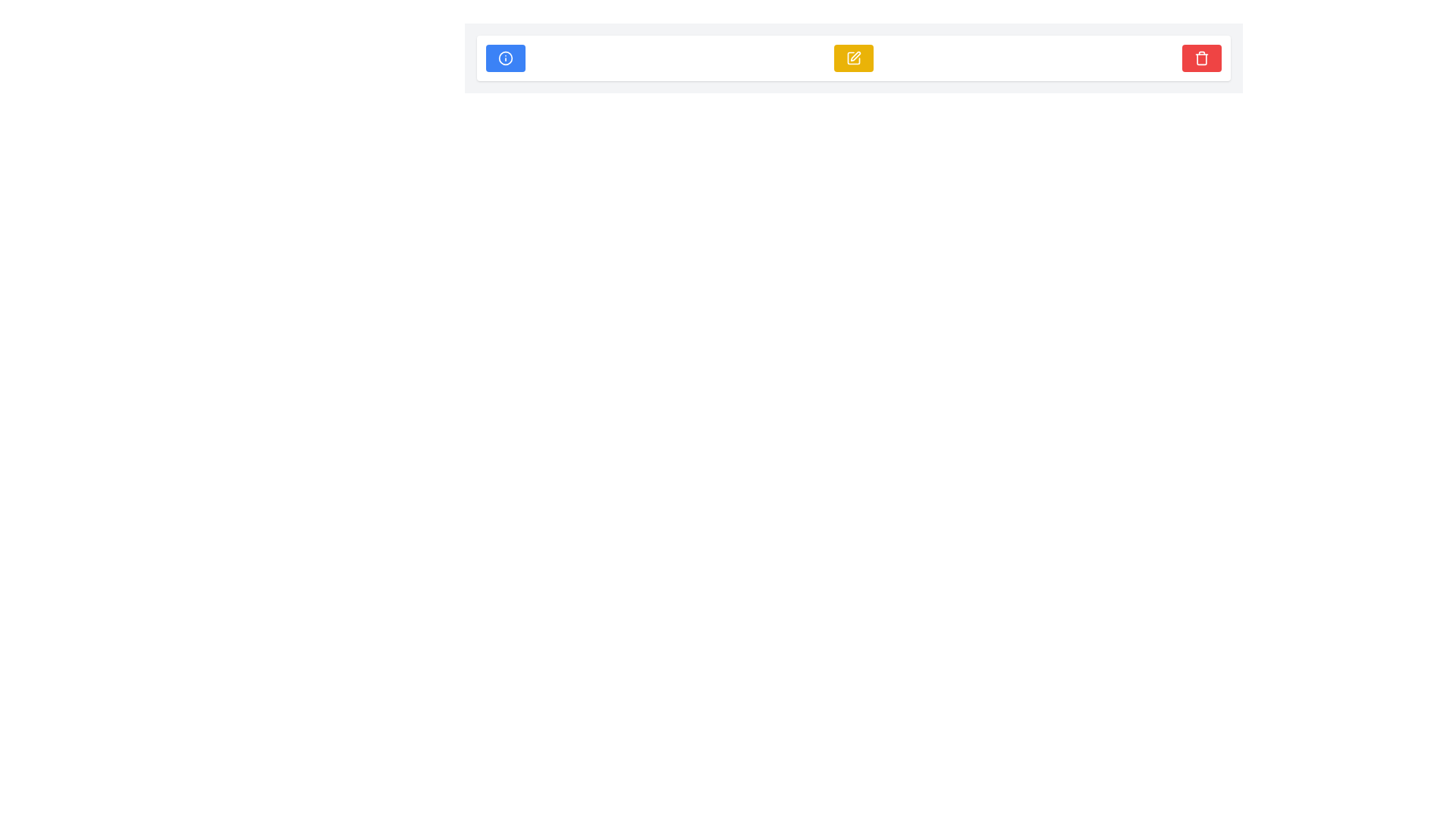  What do you see at coordinates (1200, 58) in the screenshot?
I see `the 'Delete Task' button, which has a red background, white text, and a trash can icon` at bounding box center [1200, 58].